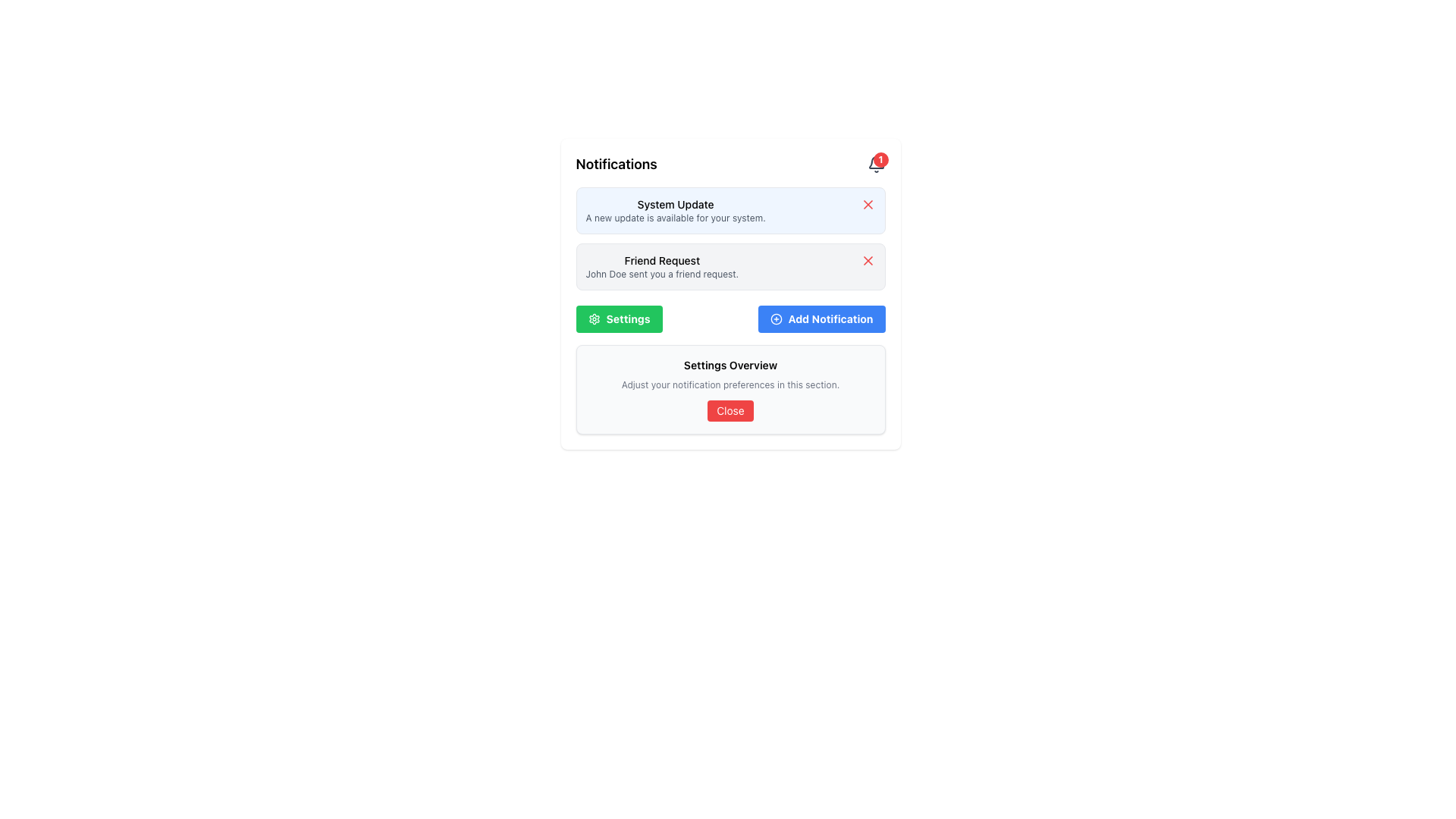 The image size is (1456, 819). Describe the element at coordinates (776, 318) in the screenshot. I see `the SVG Circle icon located on the right side of the notification interface` at that location.